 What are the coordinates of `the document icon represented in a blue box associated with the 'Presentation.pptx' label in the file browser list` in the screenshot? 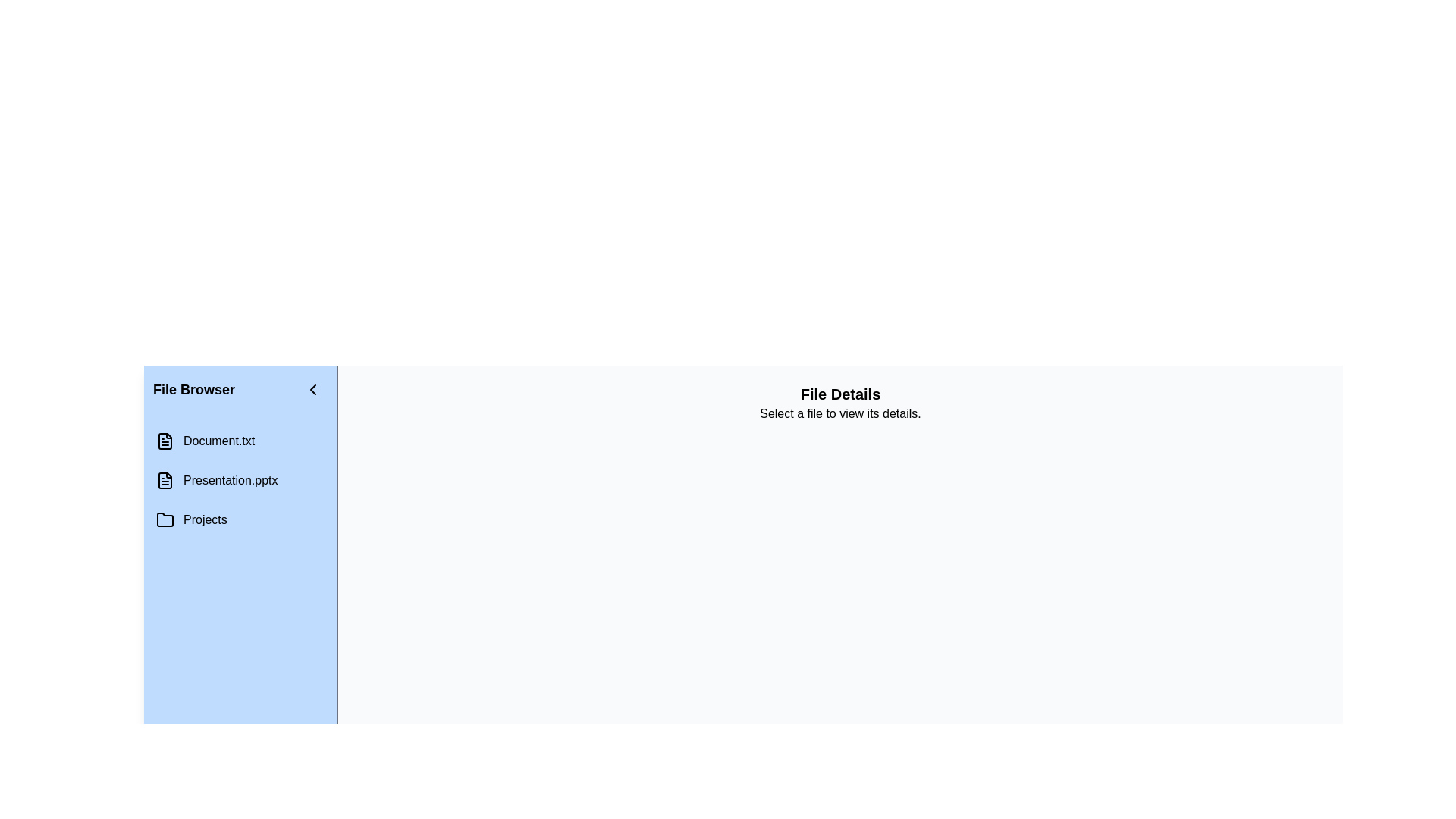 It's located at (165, 480).